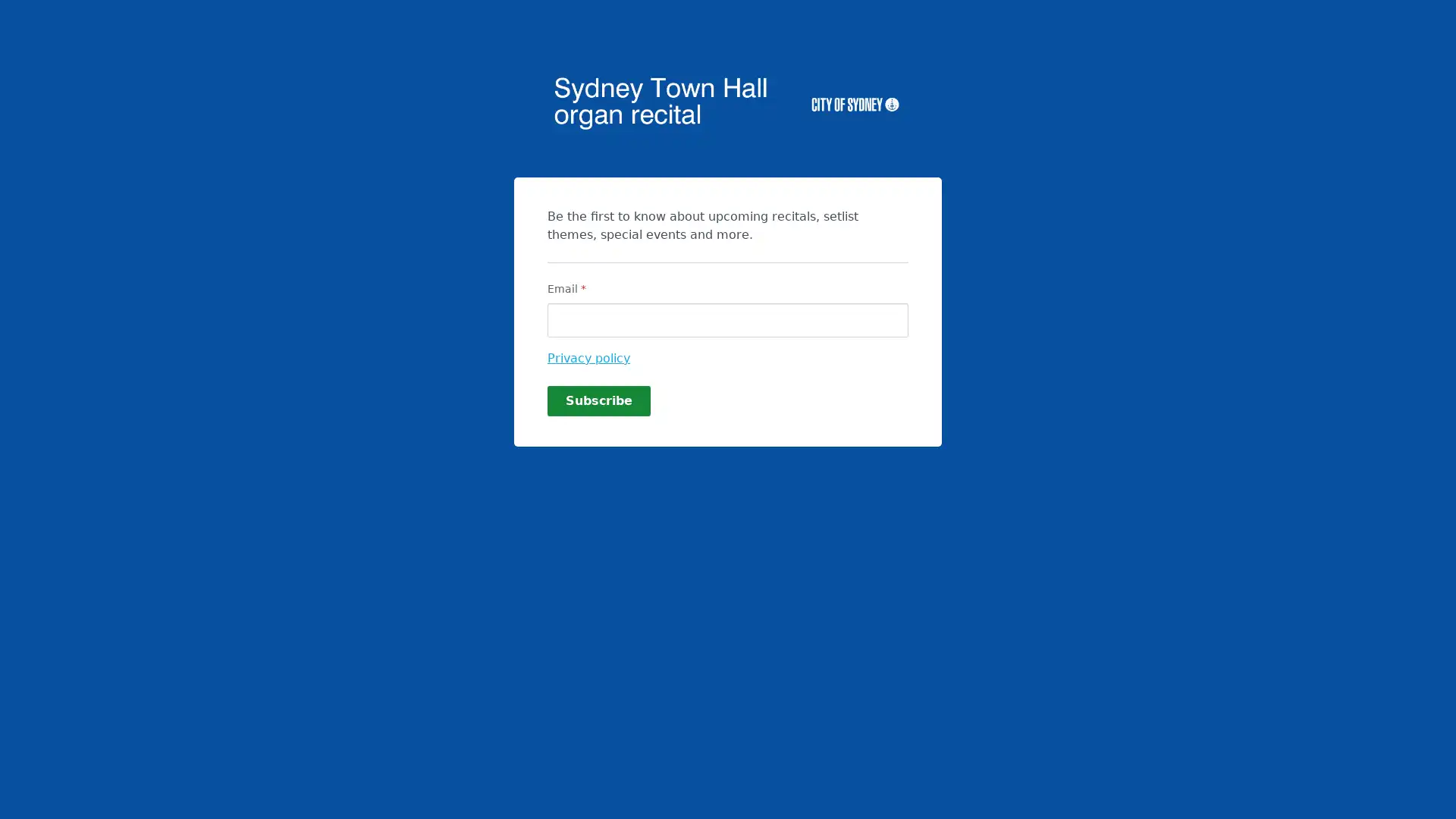 The width and height of the screenshot is (1456, 819). Describe the element at coordinates (598, 400) in the screenshot. I see `Subscribe` at that location.